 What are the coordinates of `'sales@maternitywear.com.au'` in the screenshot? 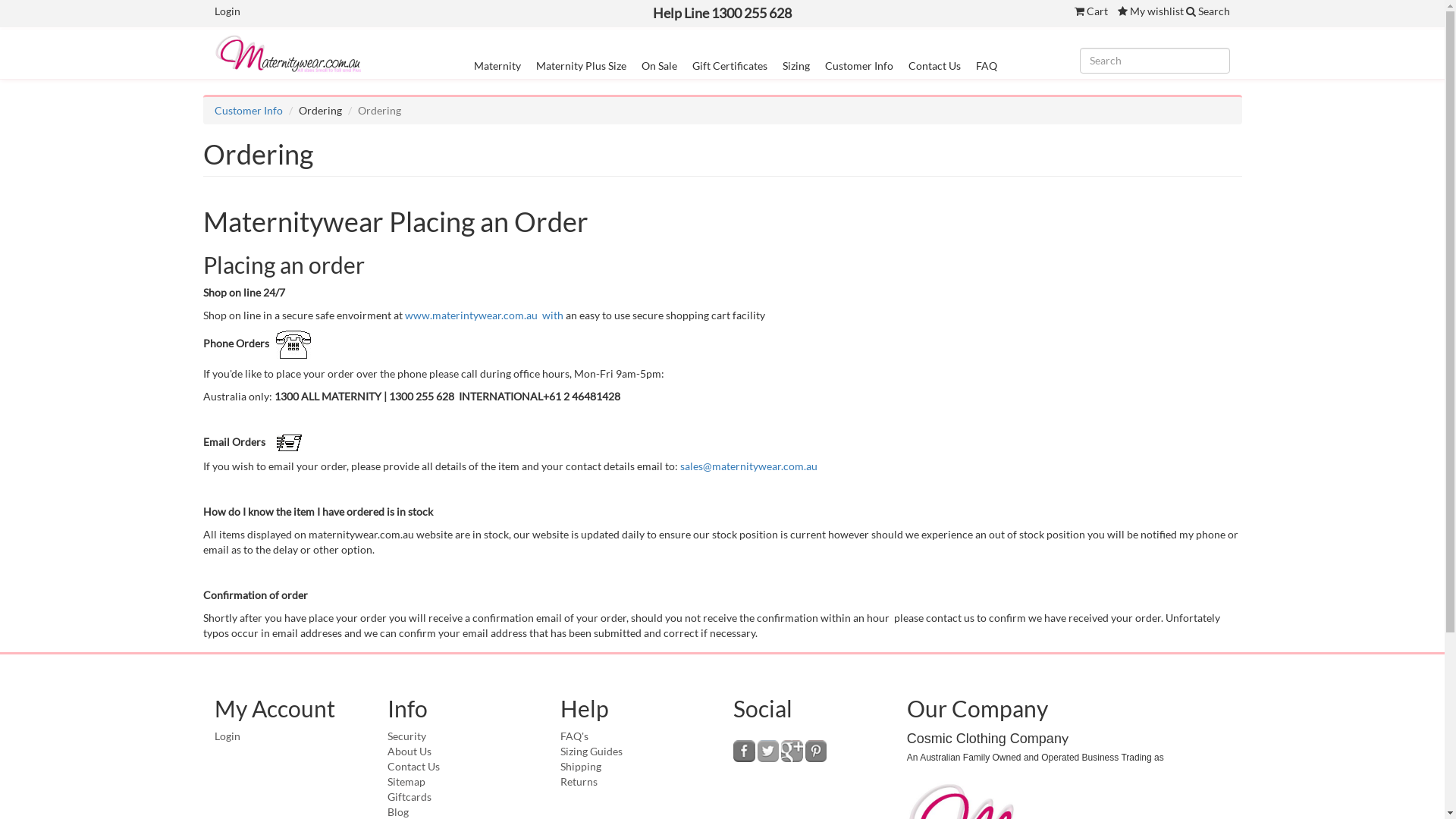 It's located at (748, 465).